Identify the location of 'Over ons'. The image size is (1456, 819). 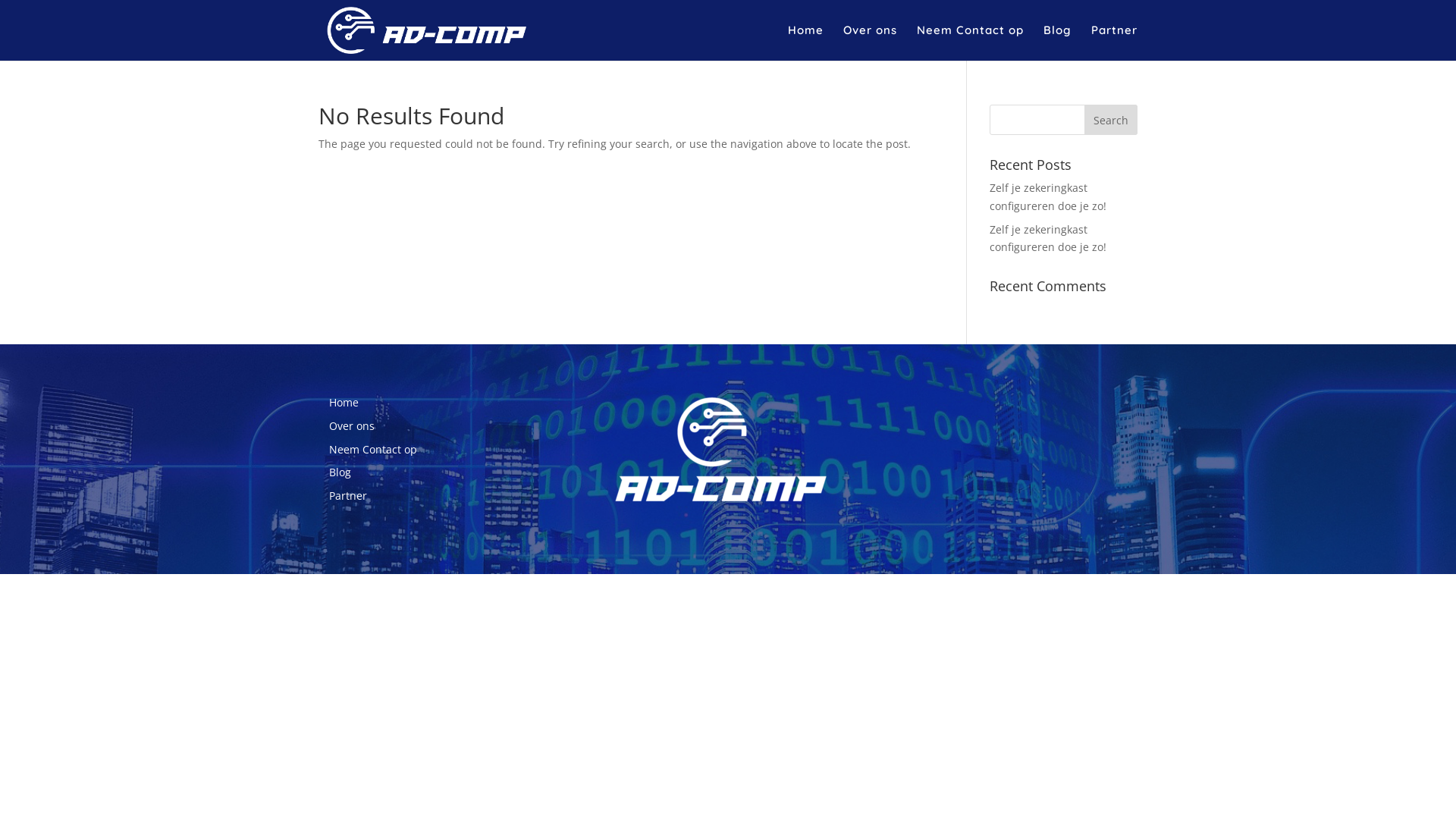
(328, 425).